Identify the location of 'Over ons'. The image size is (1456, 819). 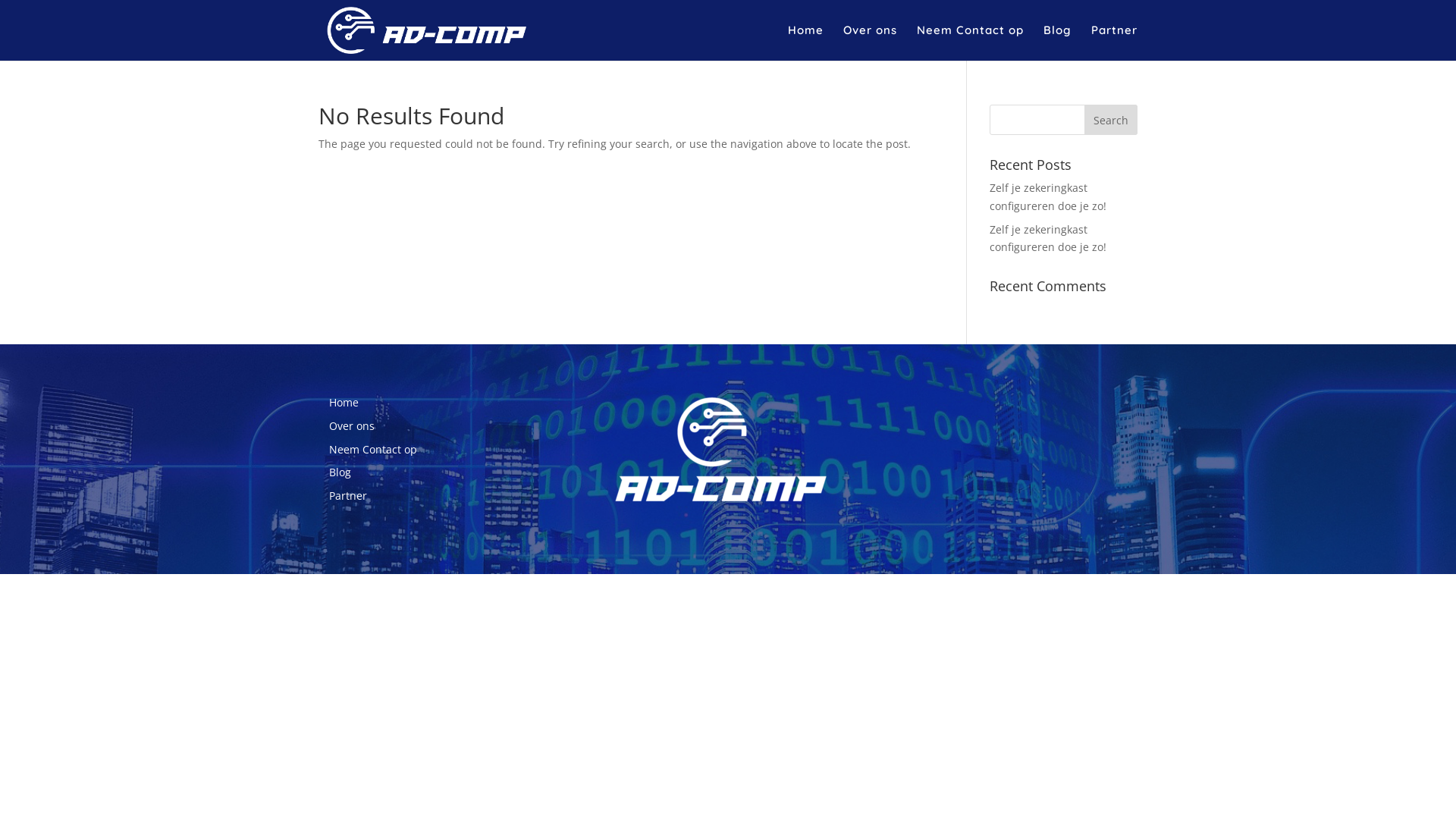
(328, 425).